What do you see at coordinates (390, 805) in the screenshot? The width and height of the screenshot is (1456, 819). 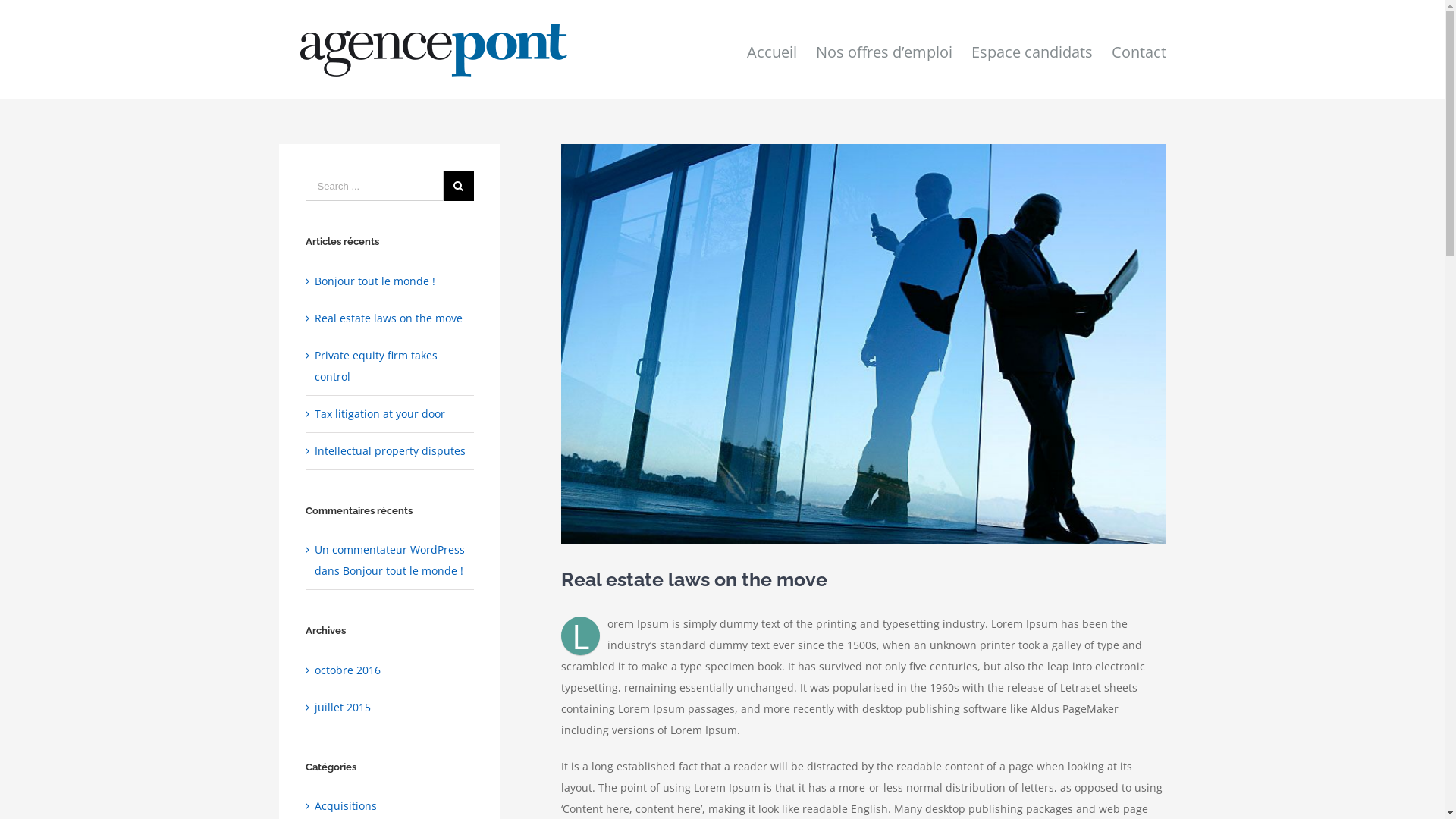 I see `'Acquisitions'` at bounding box center [390, 805].